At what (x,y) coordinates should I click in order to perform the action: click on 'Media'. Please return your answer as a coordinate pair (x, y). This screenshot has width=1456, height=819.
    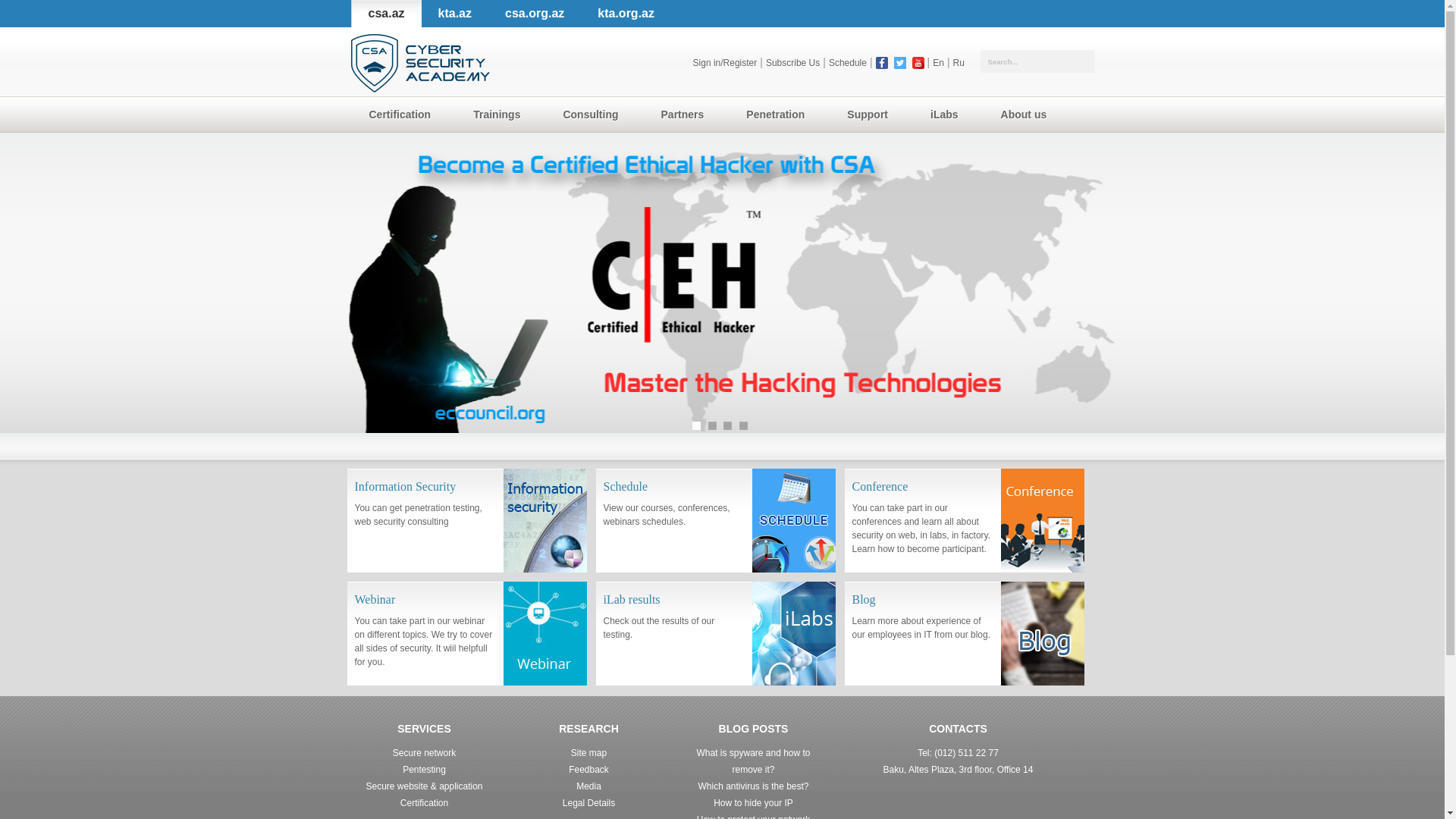
    Looking at the image, I should click on (588, 786).